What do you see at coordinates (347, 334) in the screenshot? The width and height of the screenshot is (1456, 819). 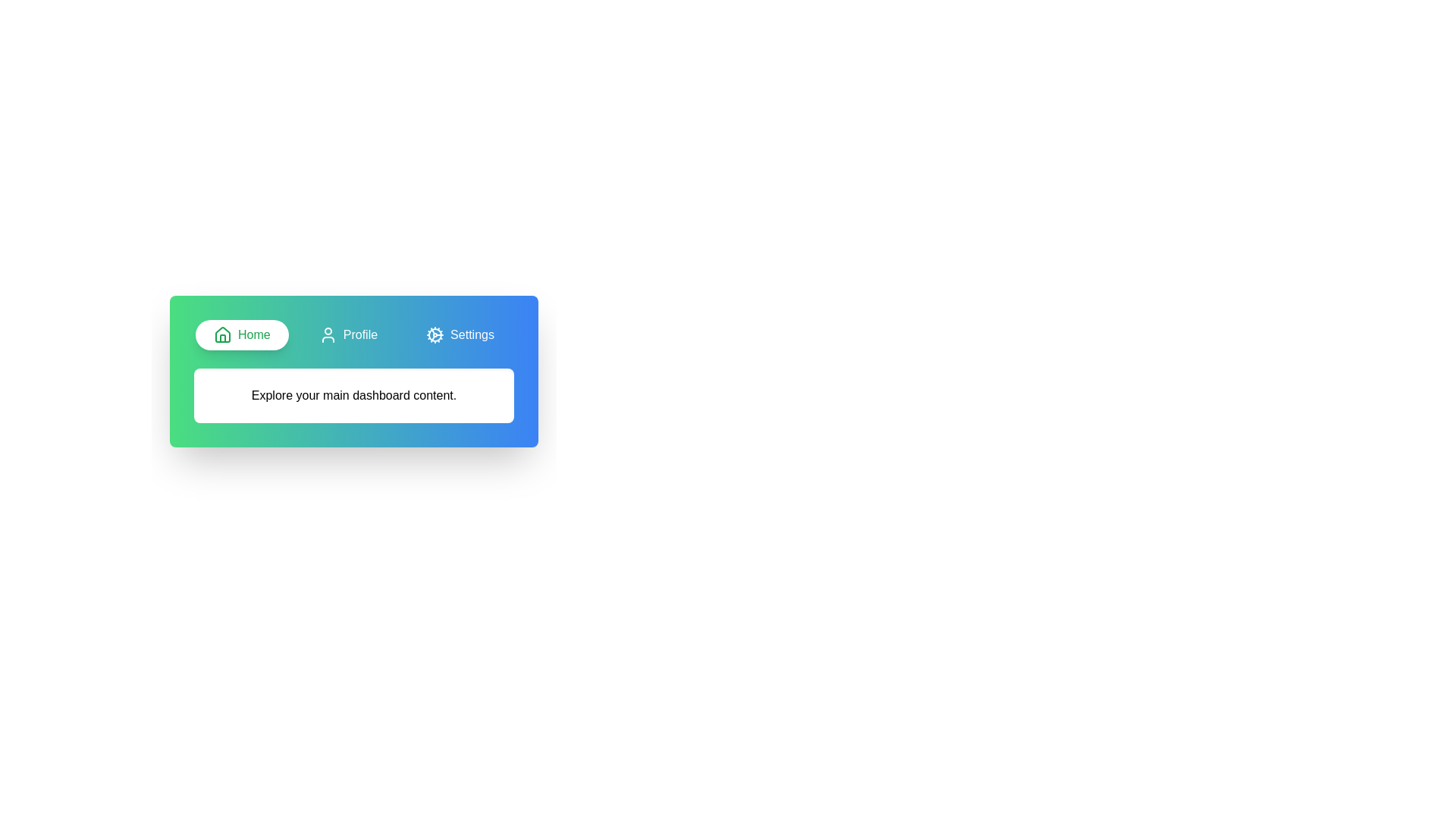 I see `the tab labeled Profile` at bounding box center [347, 334].